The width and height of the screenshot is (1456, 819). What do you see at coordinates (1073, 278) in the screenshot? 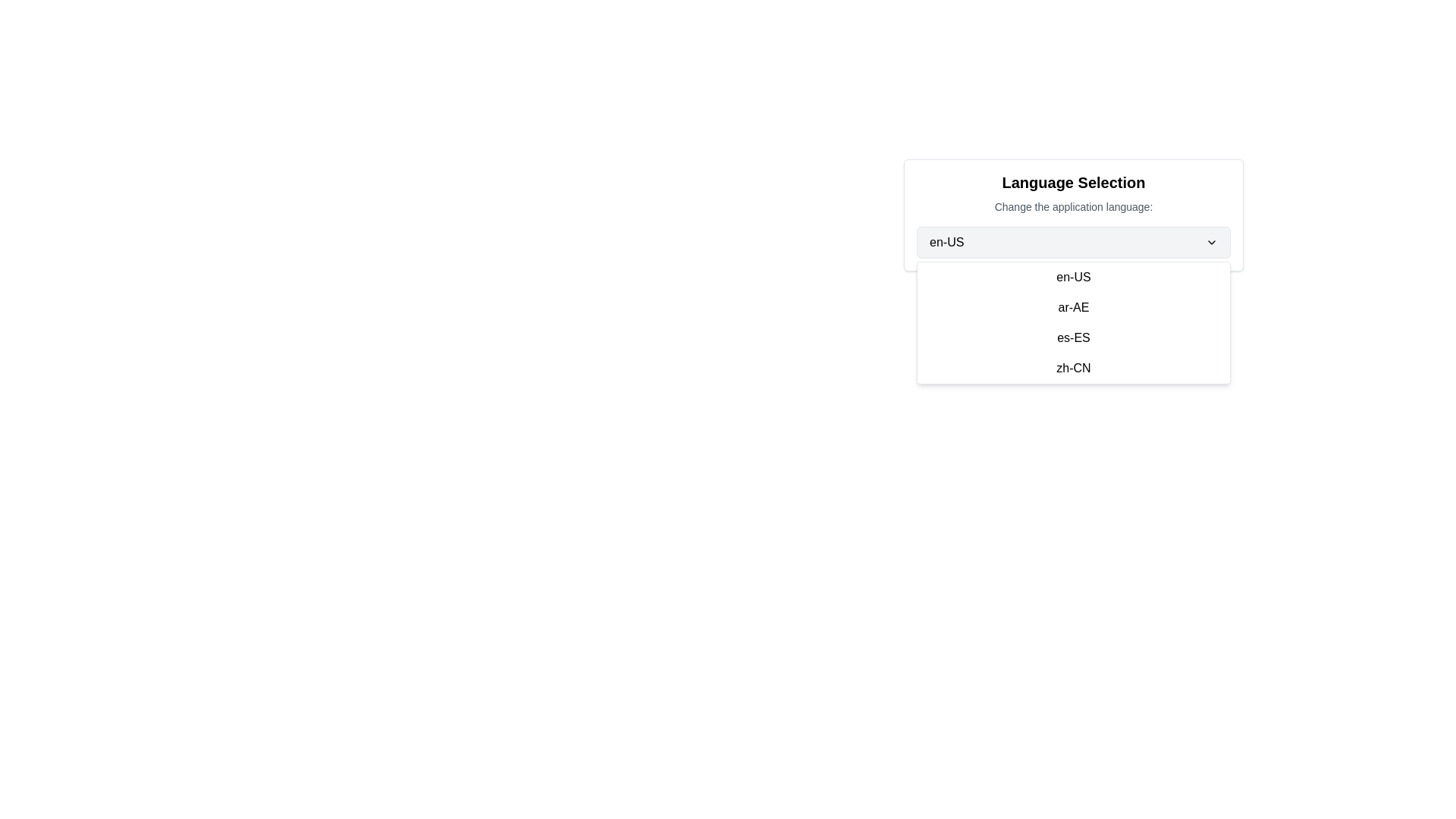
I see `the 'en-US' language option in the dropdown menu, which is the first item and styled with padding and a hover effect` at bounding box center [1073, 278].